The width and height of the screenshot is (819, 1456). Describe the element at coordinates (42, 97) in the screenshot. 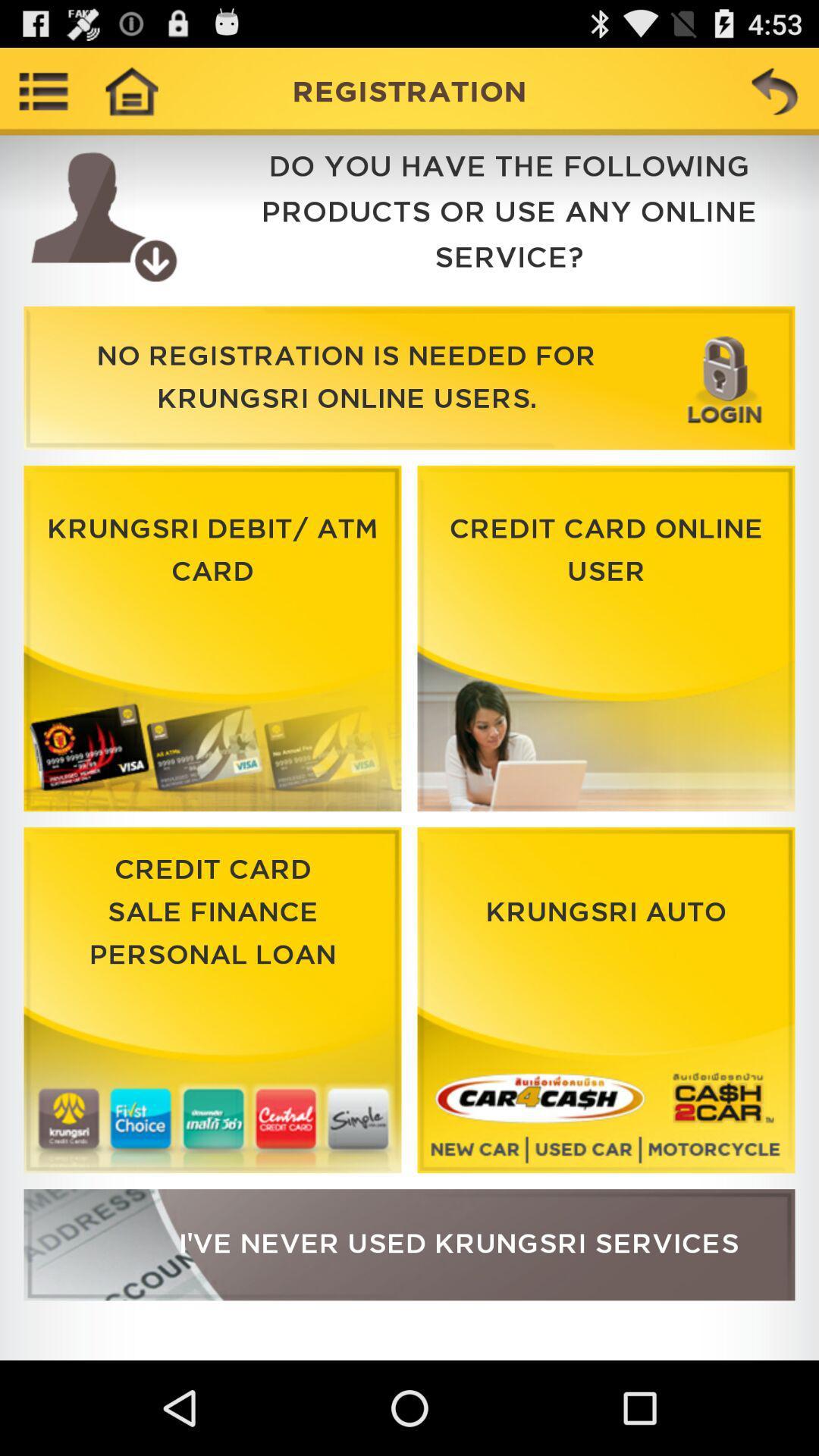

I see `the list icon` at that location.